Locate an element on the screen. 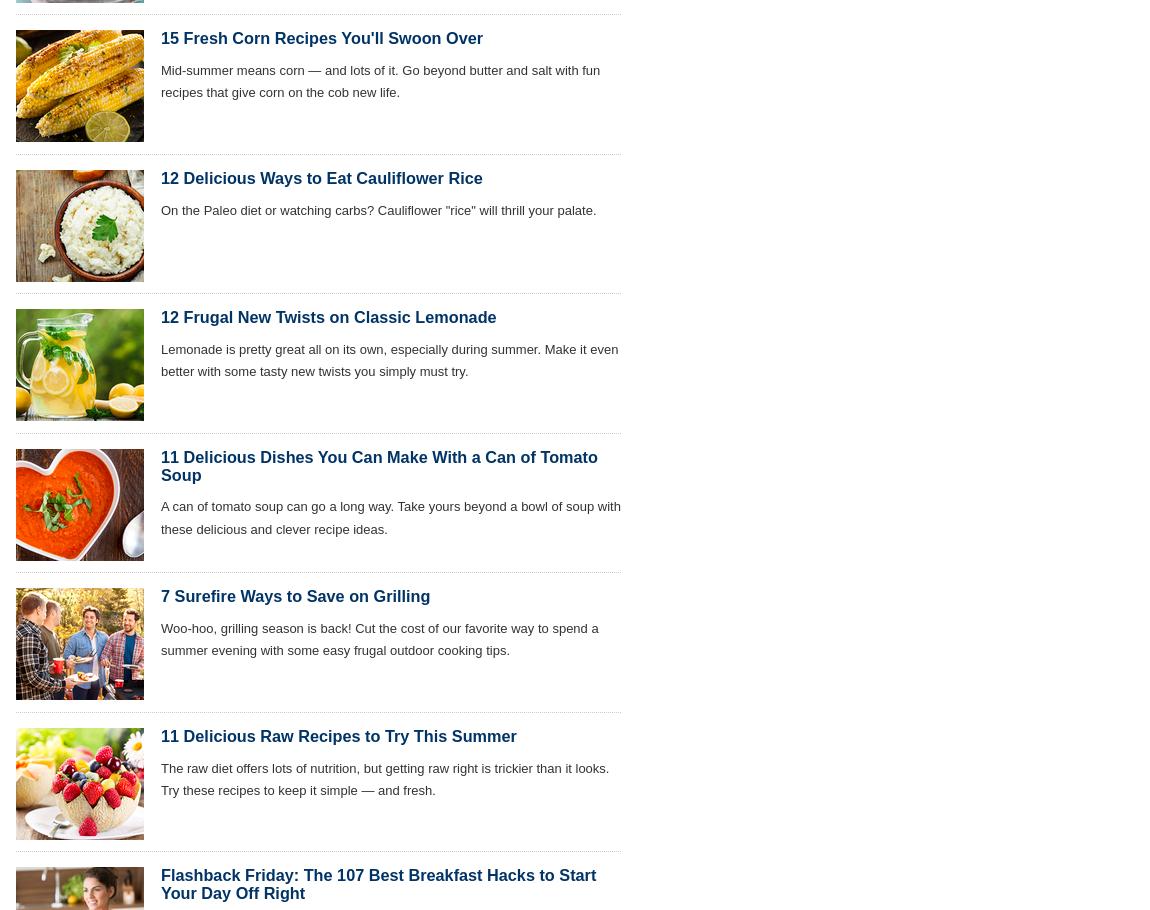 This screenshot has width=1150, height=910. '7 Surefire Ways to Save on Grilling' is located at coordinates (295, 594).